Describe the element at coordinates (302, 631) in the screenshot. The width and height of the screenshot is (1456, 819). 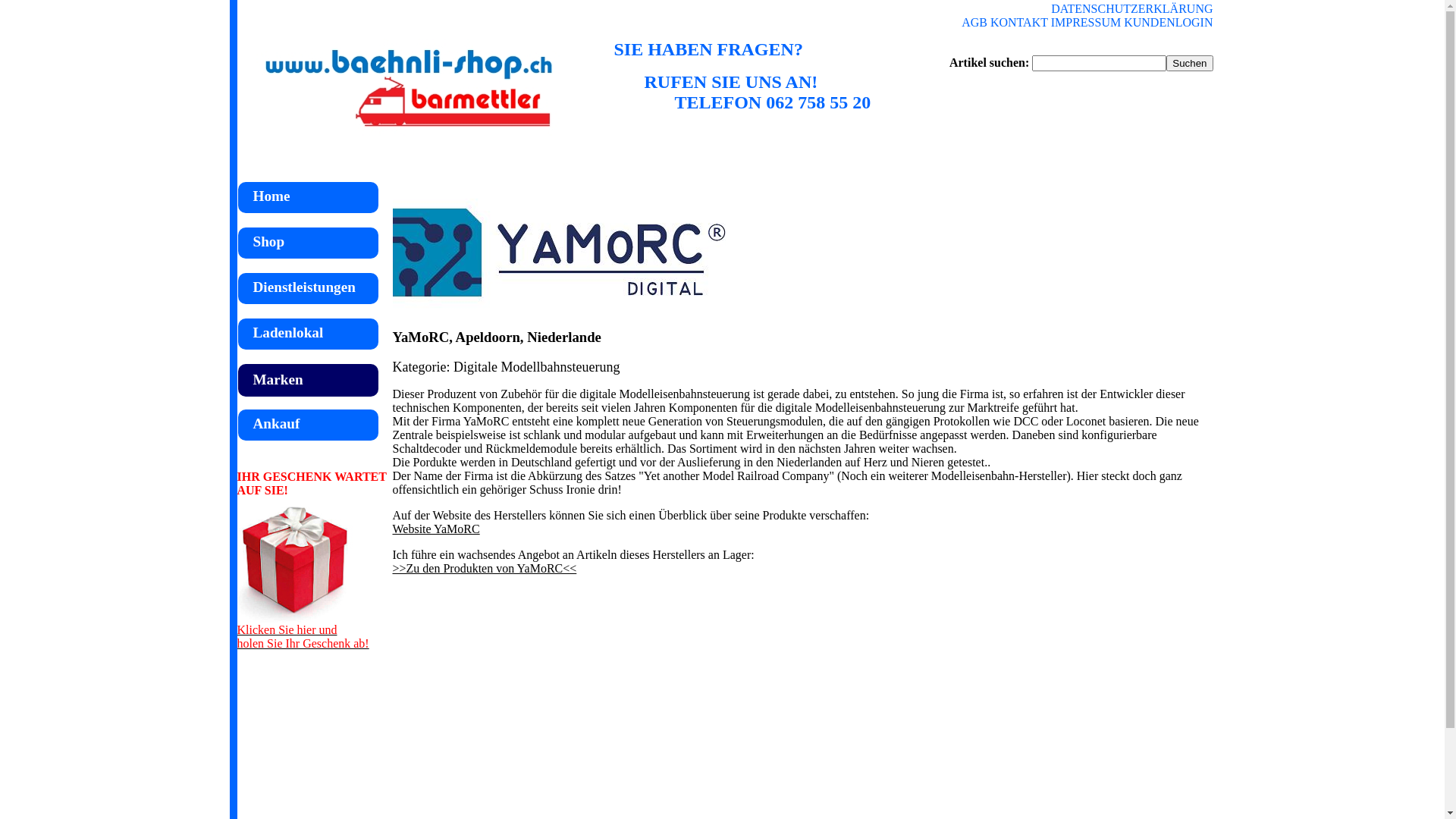
I see `'Klicken Sie hier und` at that location.